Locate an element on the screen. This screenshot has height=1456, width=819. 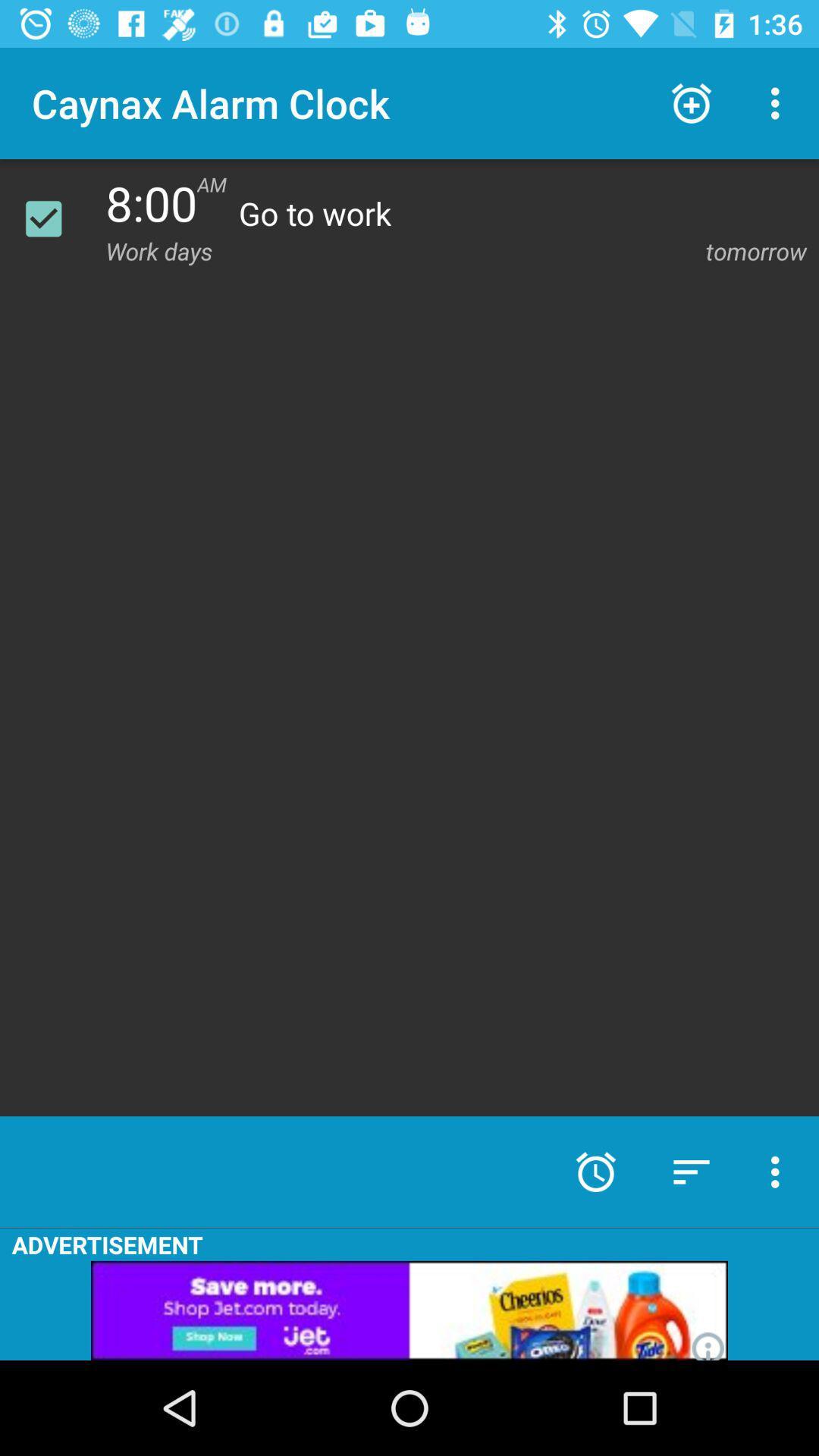
link to advertisement is located at coordinates (409, 1310).